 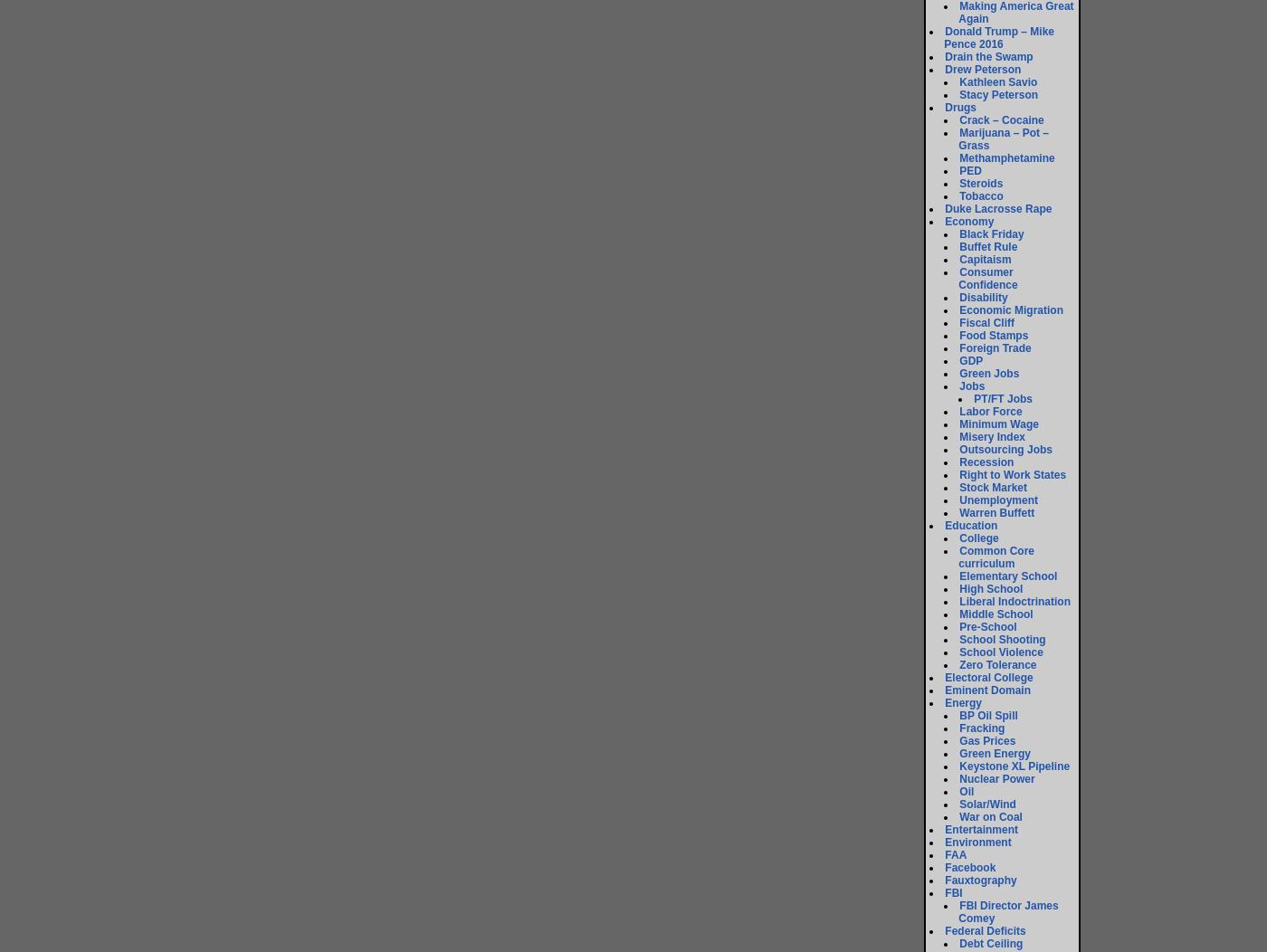 What do you see at coordinates (969, 221) in the screenshot?
I see `'Economy'` at bounding box center [969, 221].